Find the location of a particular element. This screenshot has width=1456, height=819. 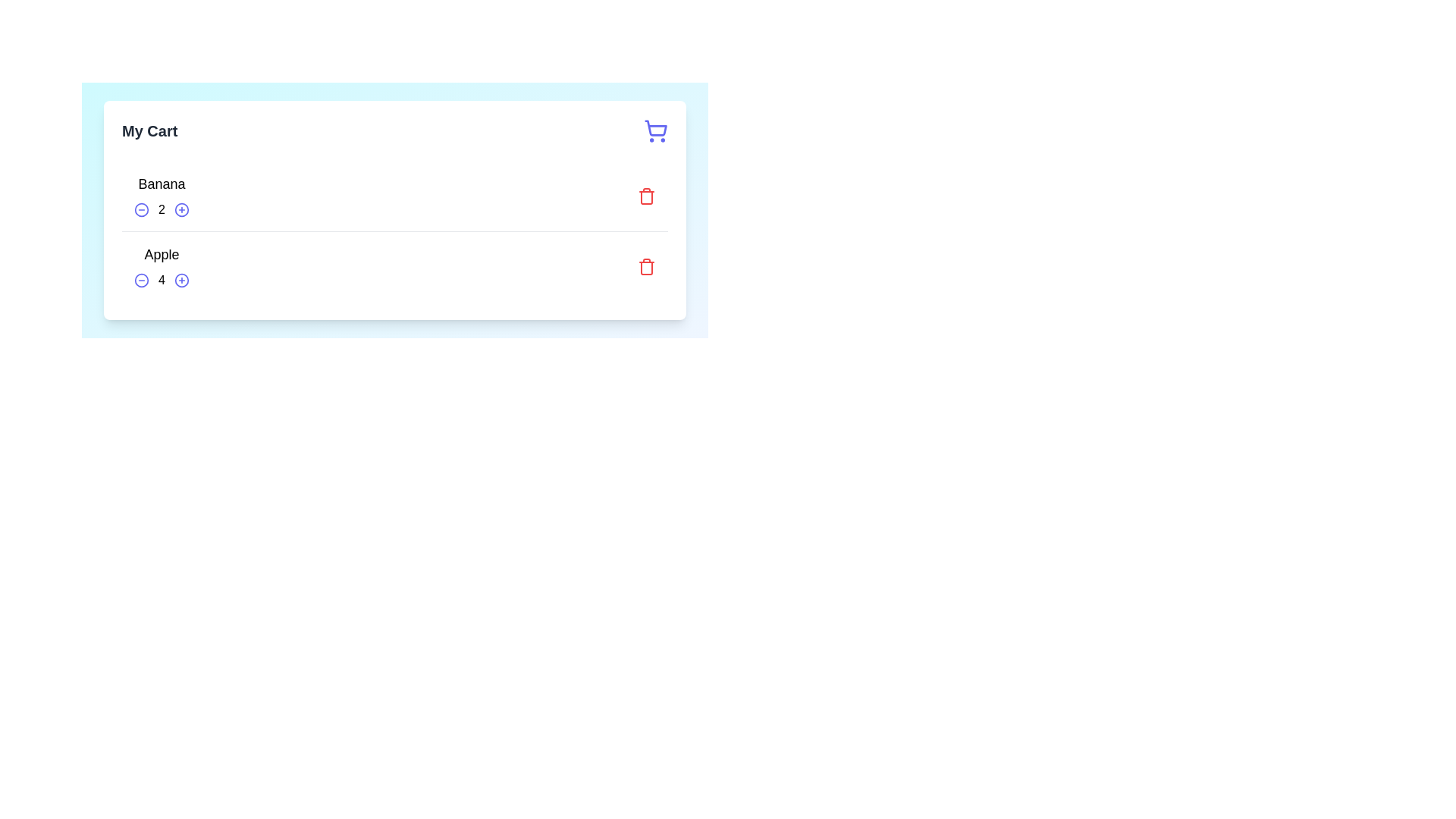

the static text display showing the digit '4' that is centrally positioned between two circular buttons in the second row for the item labeled 'Apple' is located at coordinates (162, 281).